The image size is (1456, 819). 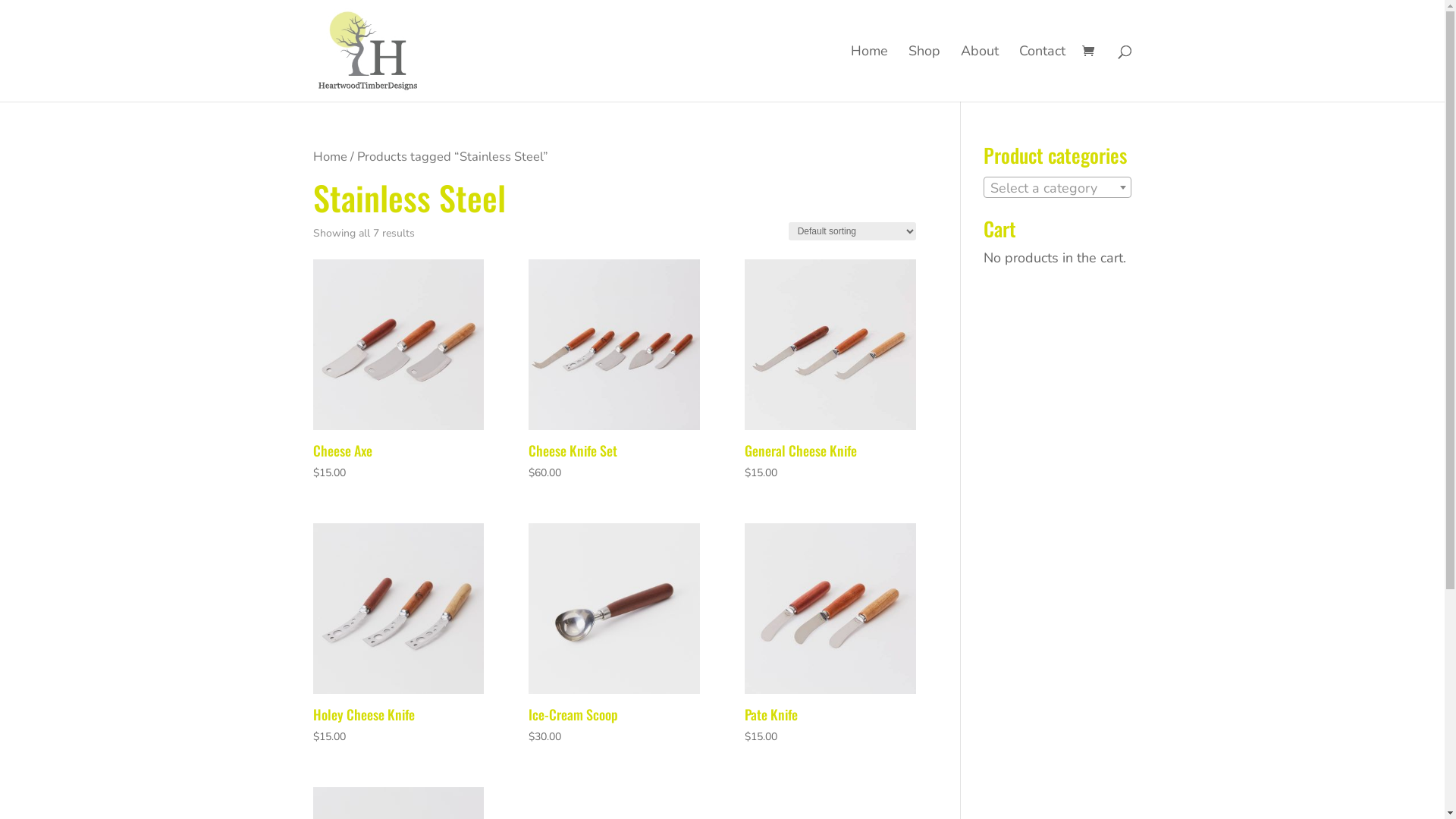 I want to click on 'Pate Knife, so click(x=829, y=635).